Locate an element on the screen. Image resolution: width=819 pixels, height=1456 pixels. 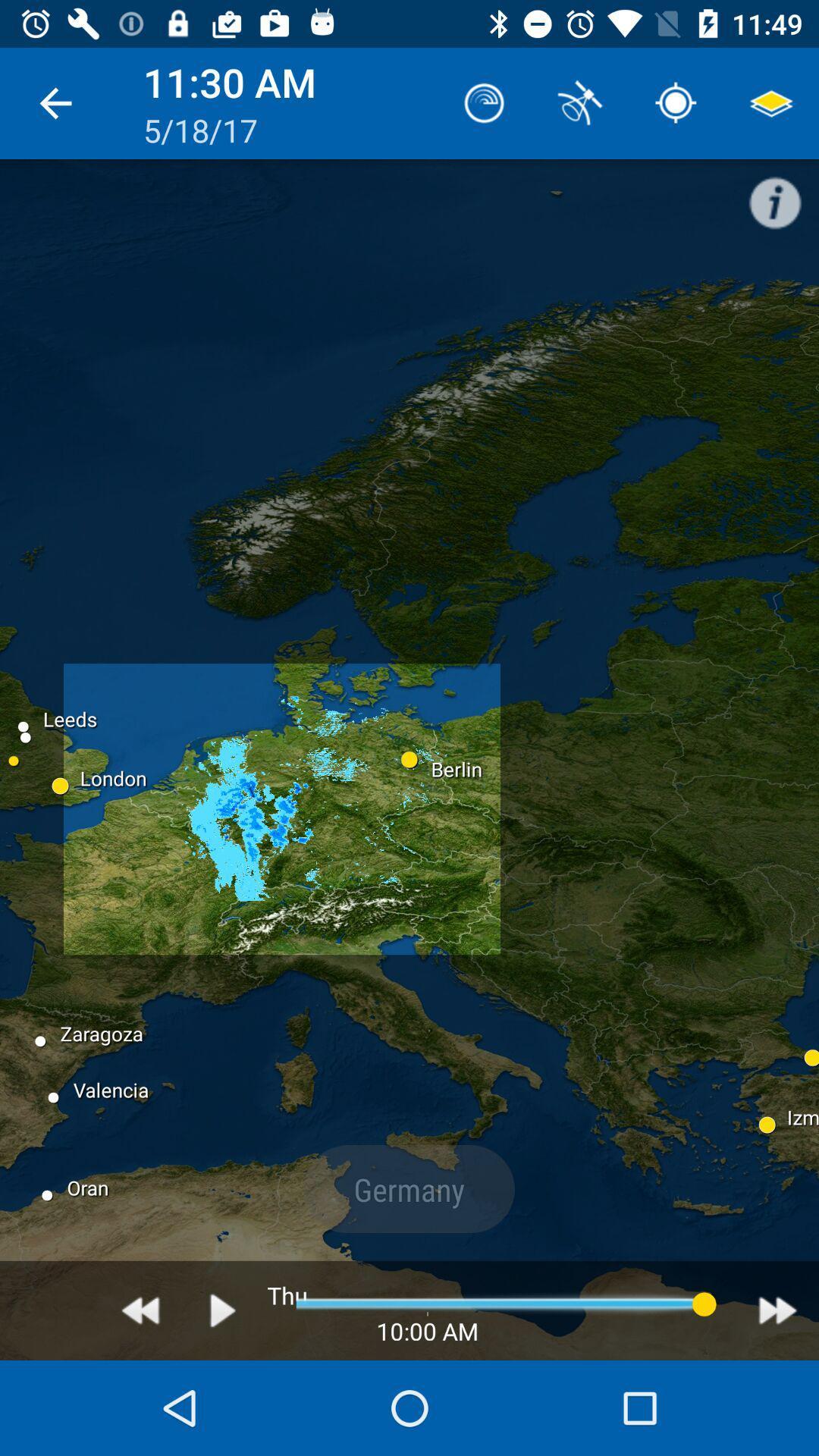
rewind or go back option is located at coordinates (140, 1310).